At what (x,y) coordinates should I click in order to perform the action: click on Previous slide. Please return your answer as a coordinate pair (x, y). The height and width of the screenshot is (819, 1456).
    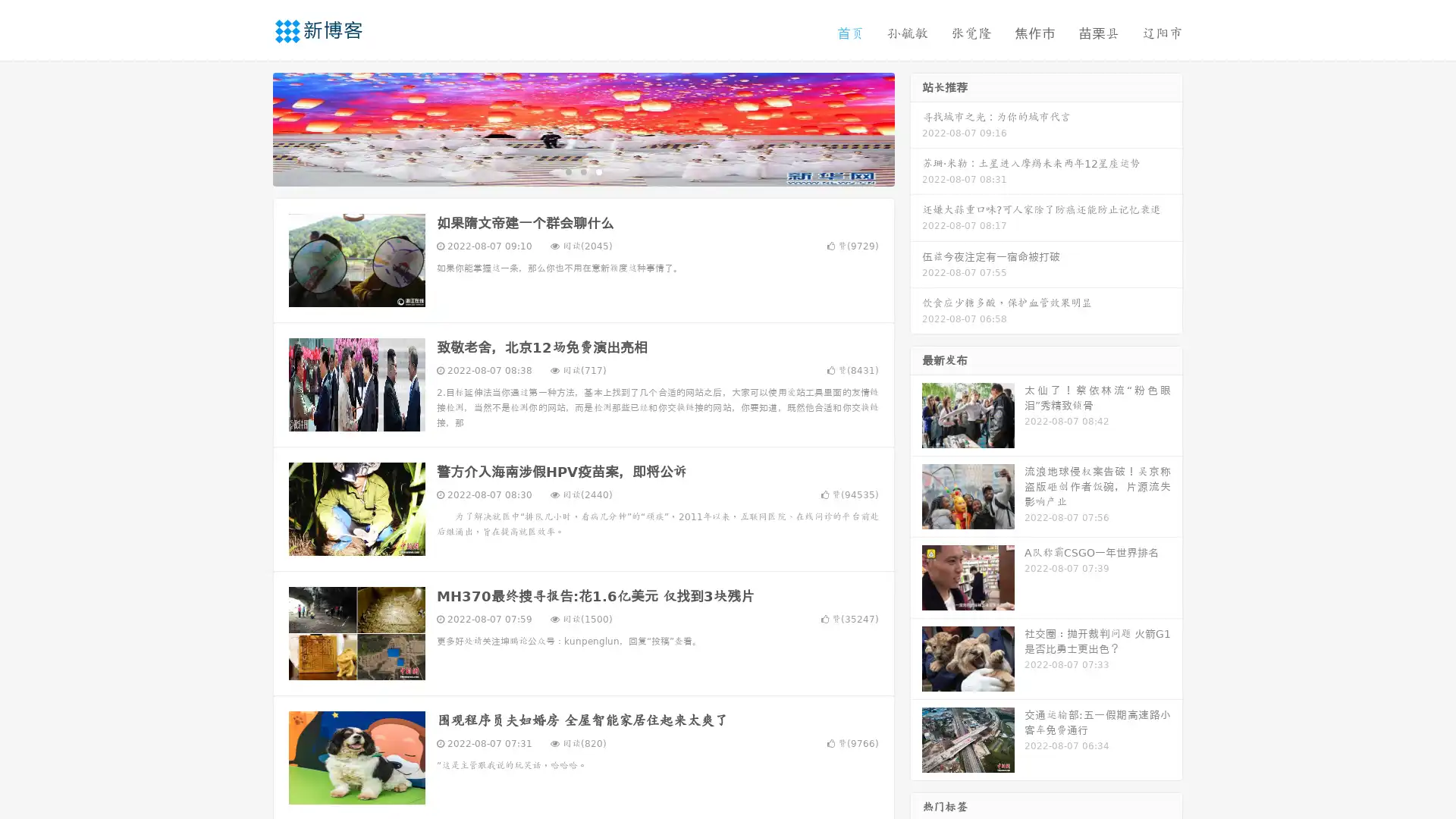
    Looking at the image, I should click on (250, 127).